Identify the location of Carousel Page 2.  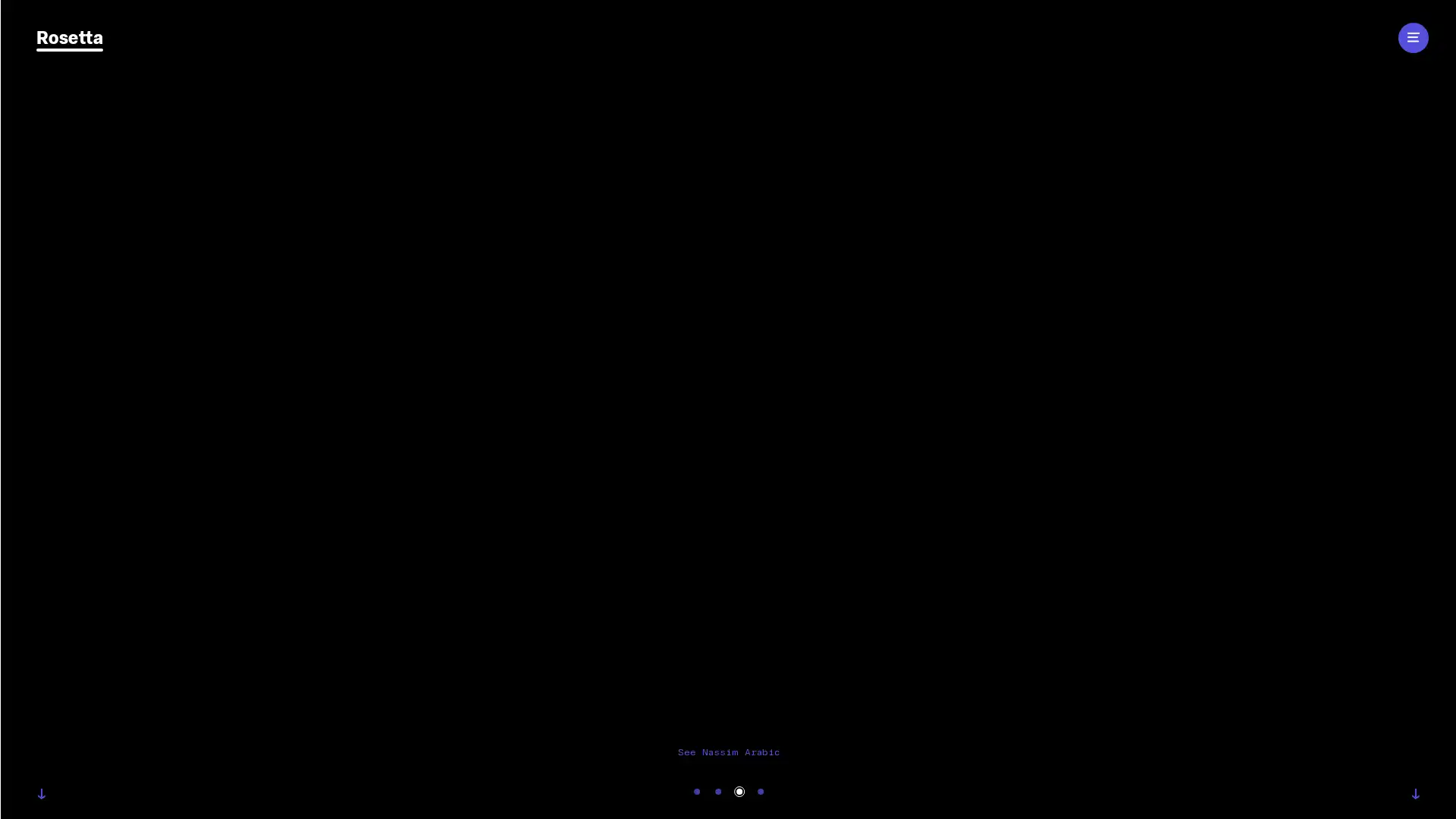
(717, 791).